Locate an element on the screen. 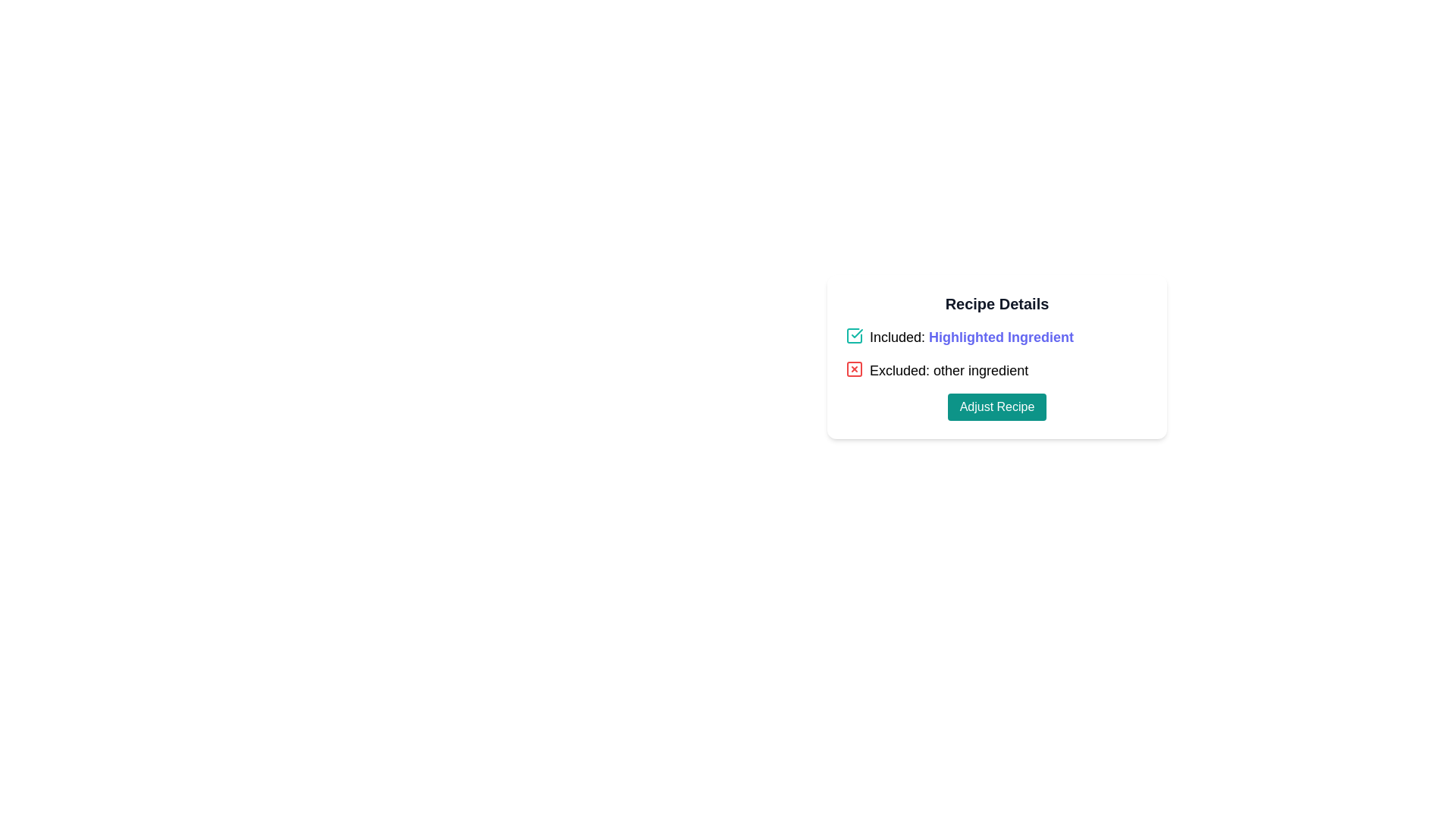  the first text label that indicates included ingredients in the recipe, located directly under the 'Recipe Details' header and to the right of a teal checkmark icon is located at coordinates (971, 336).